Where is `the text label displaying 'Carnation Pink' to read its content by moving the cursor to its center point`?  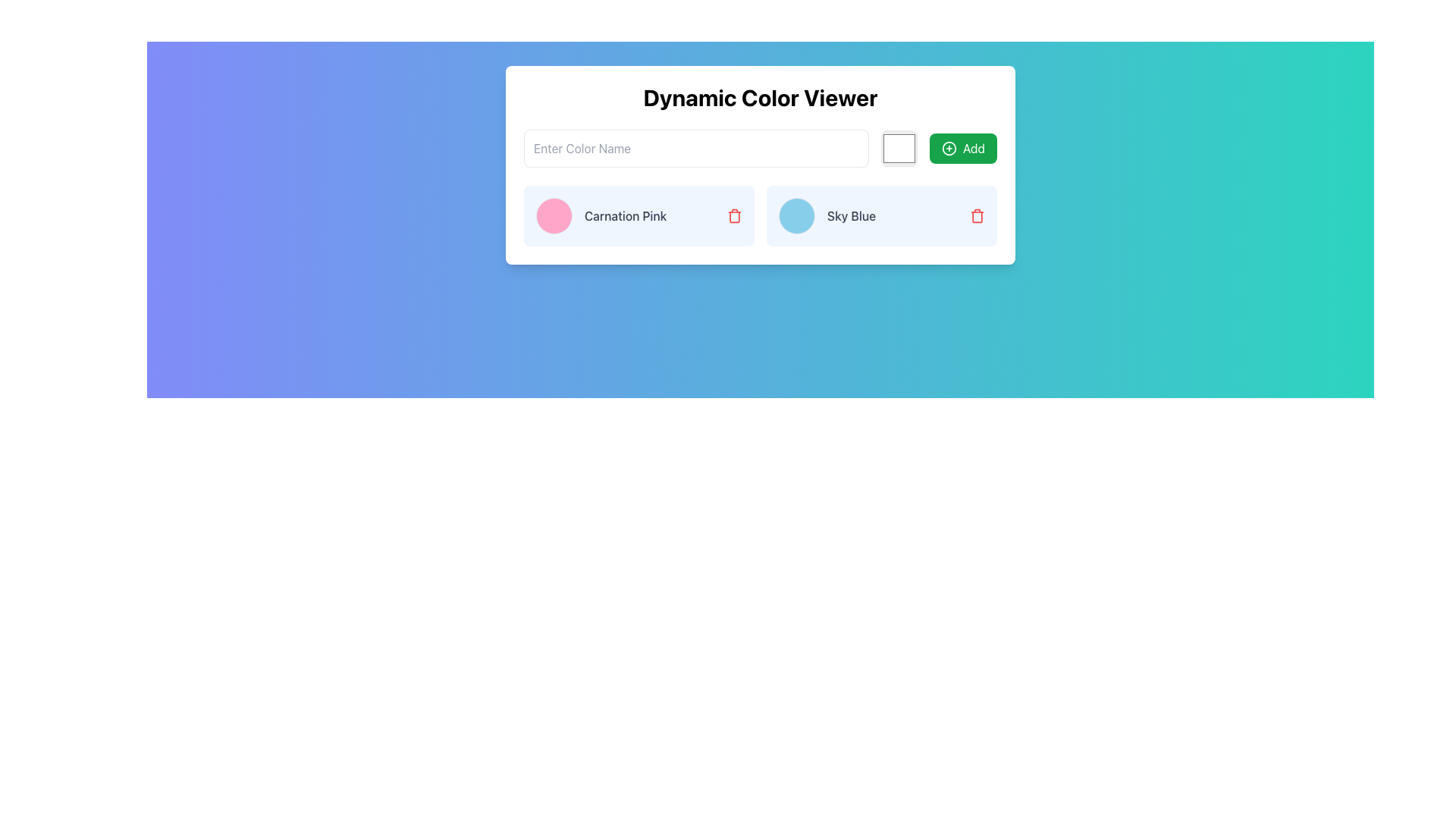
the text label displaying 'Carnation Pink' to read its content by moving the cursor to its center point is located at coordinates (626, 216).